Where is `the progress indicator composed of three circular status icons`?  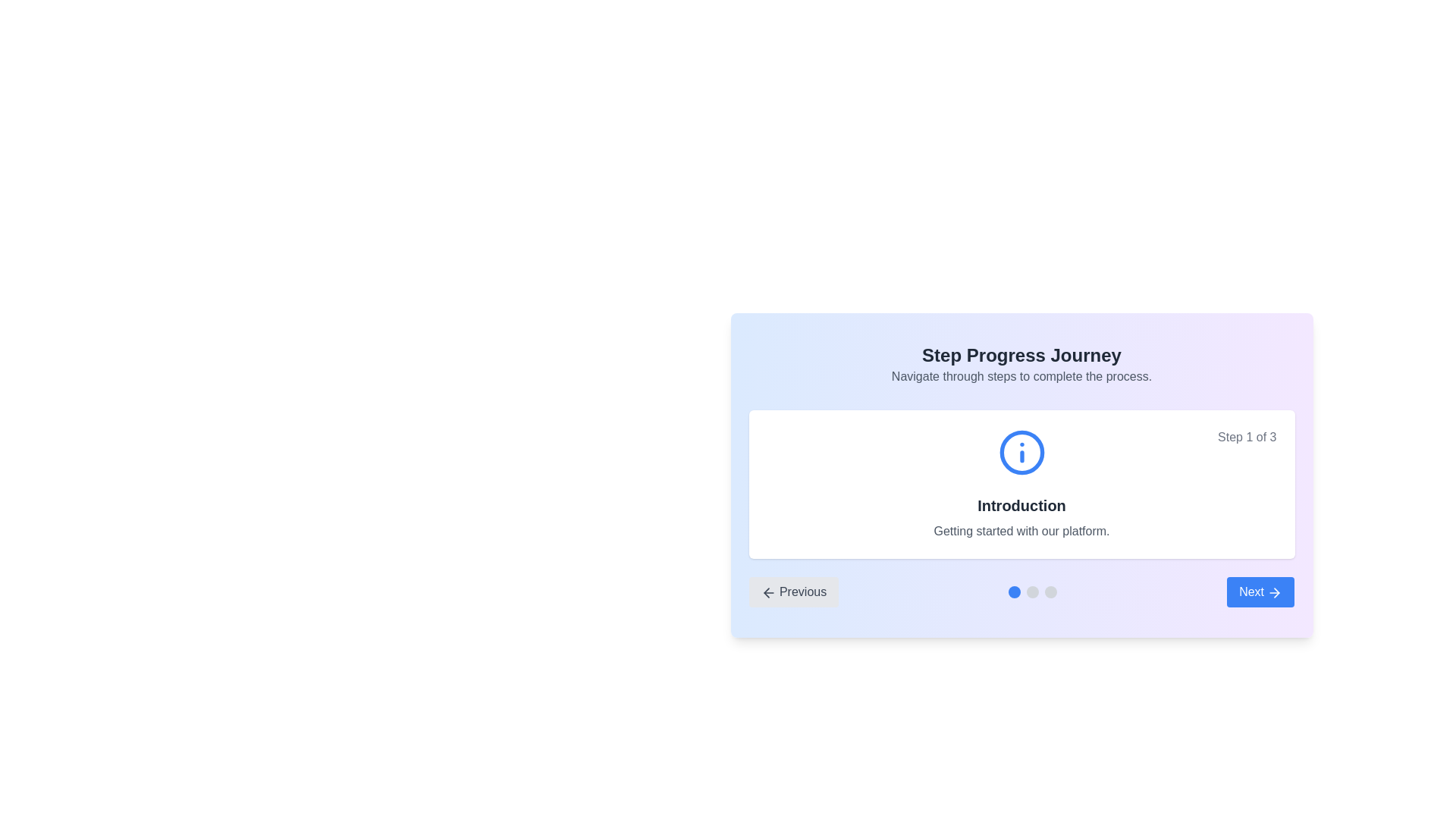
the progress indicator composed of three circular status icons is located at coordinates (1032, 591).